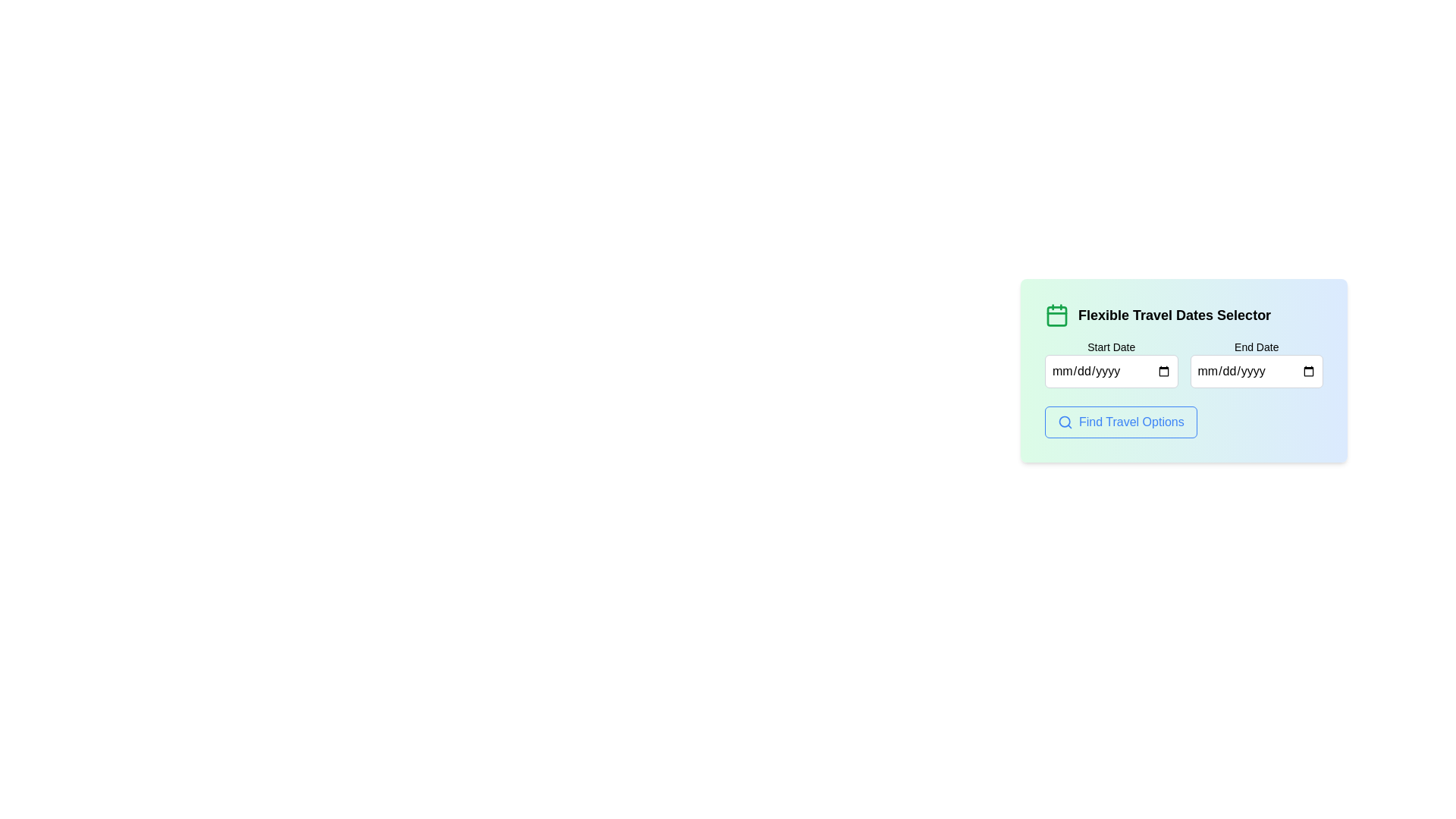 The width and height of the screenshot is (1456, 819). Describe the element at coordinates (1256, 371) in the screenshot. I see `the Date input field located under the 'End Date' label in the 'Flexible Travel Dates Selector' section` at that location.